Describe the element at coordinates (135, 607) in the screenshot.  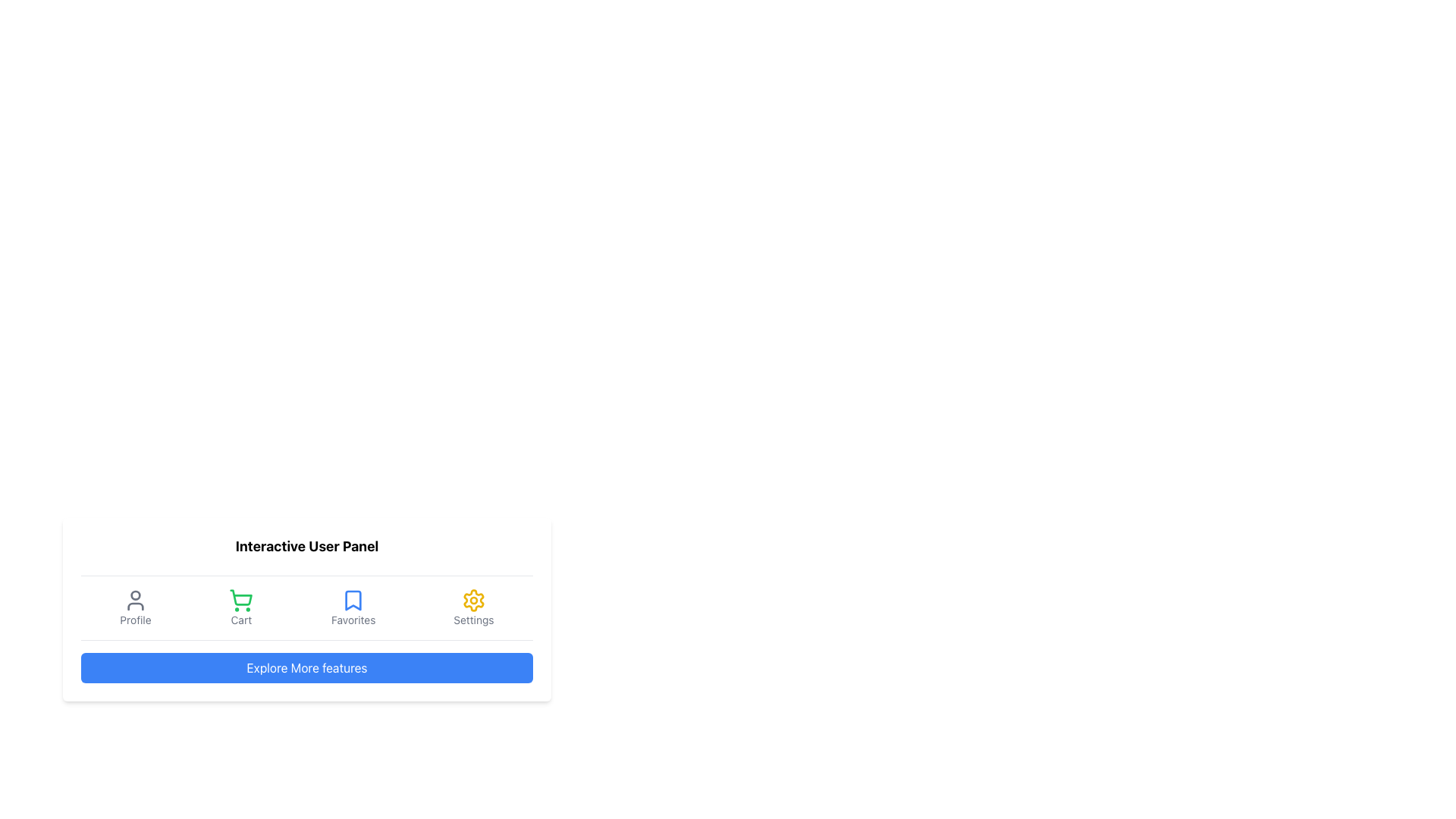
I see `the 'Profile' button, which features a user head-and-shoulder silhouette icon and is the first element in a horizontal navigation group` at that location.